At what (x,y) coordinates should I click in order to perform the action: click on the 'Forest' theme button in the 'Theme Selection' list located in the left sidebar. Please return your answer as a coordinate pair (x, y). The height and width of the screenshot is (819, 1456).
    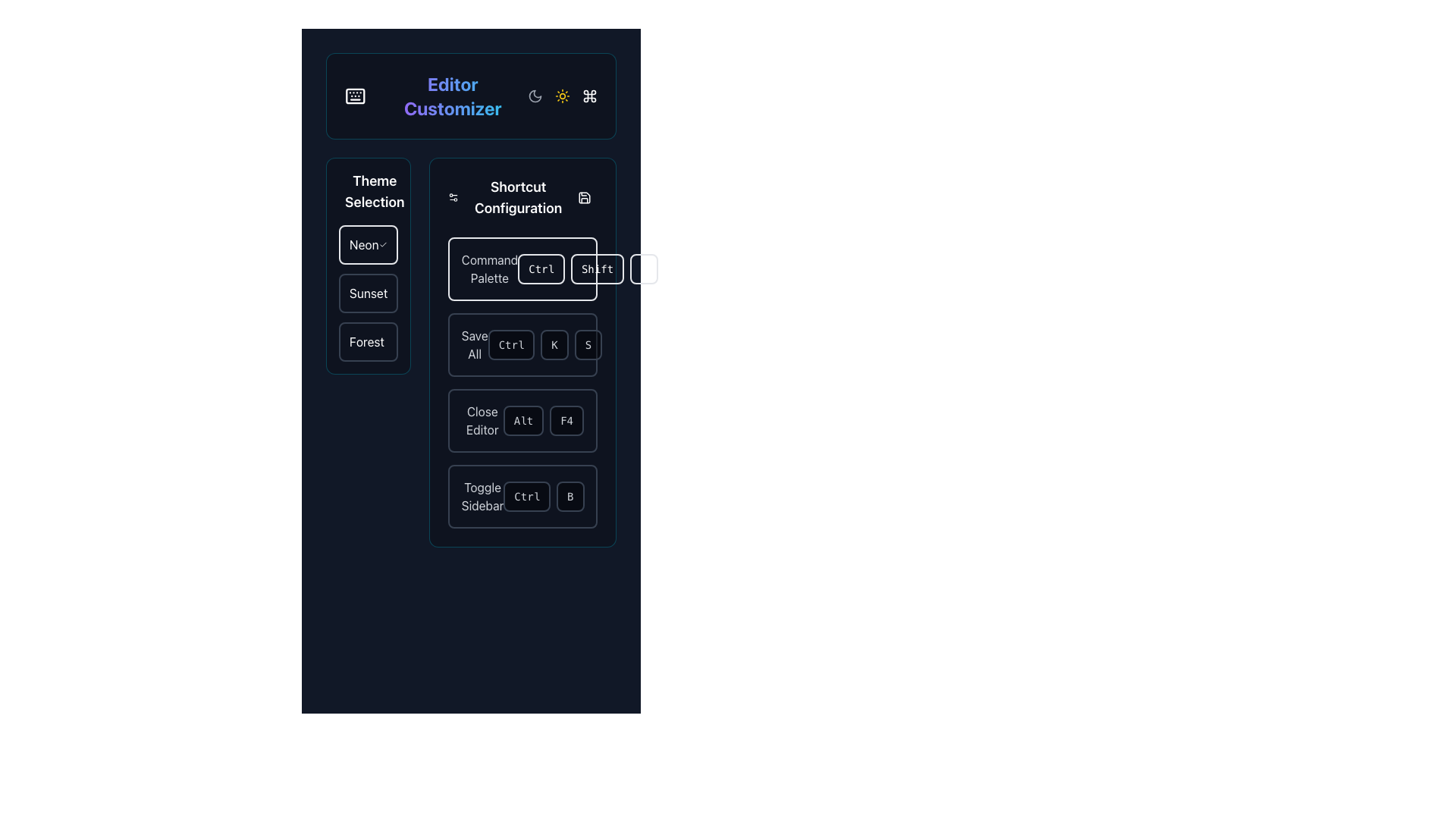
    Looking at the image, I should click on (368, 342).